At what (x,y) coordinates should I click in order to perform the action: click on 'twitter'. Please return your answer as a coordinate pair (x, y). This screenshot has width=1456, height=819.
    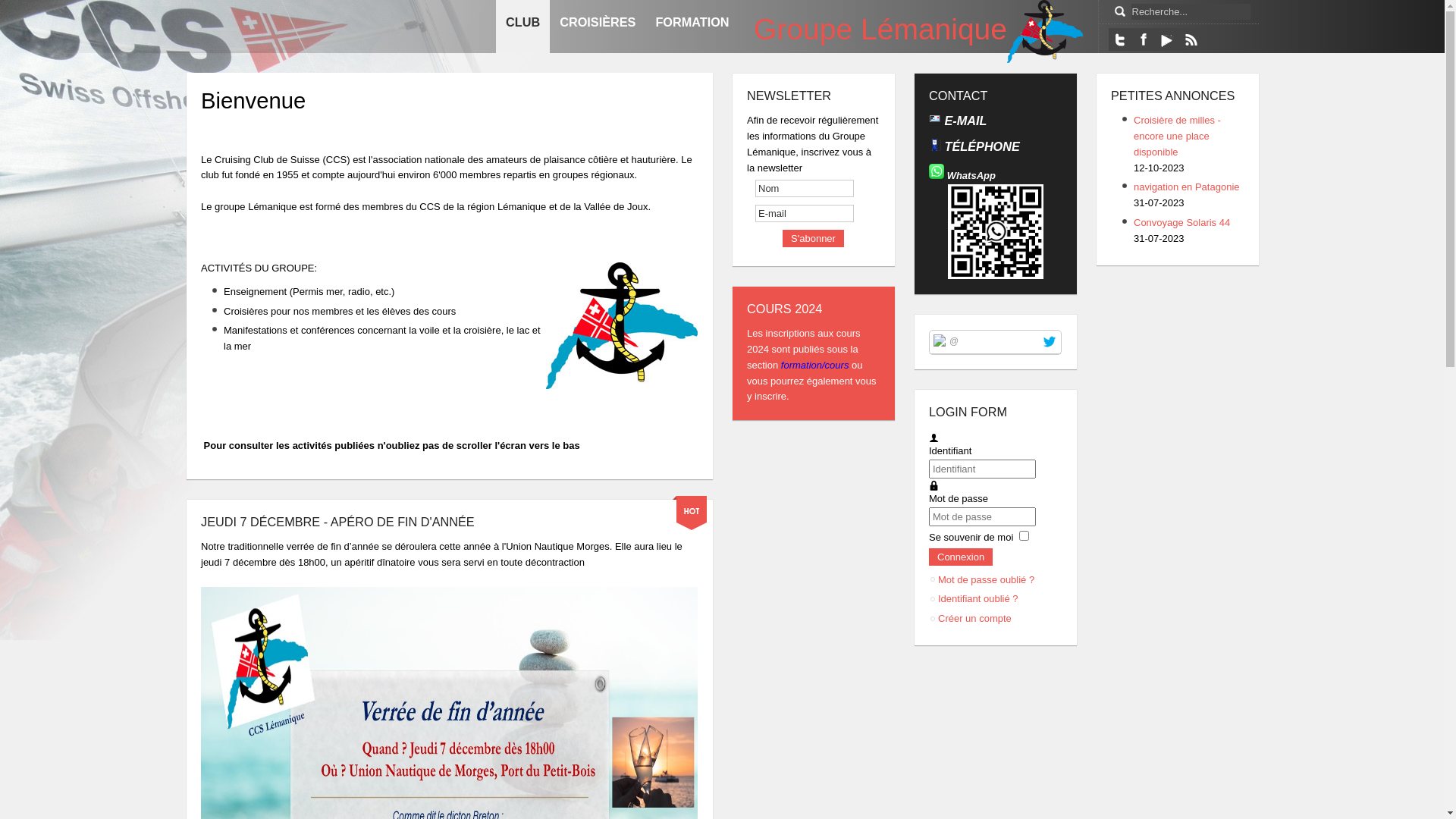
    Looking at the image, I should click on (1048, 341).